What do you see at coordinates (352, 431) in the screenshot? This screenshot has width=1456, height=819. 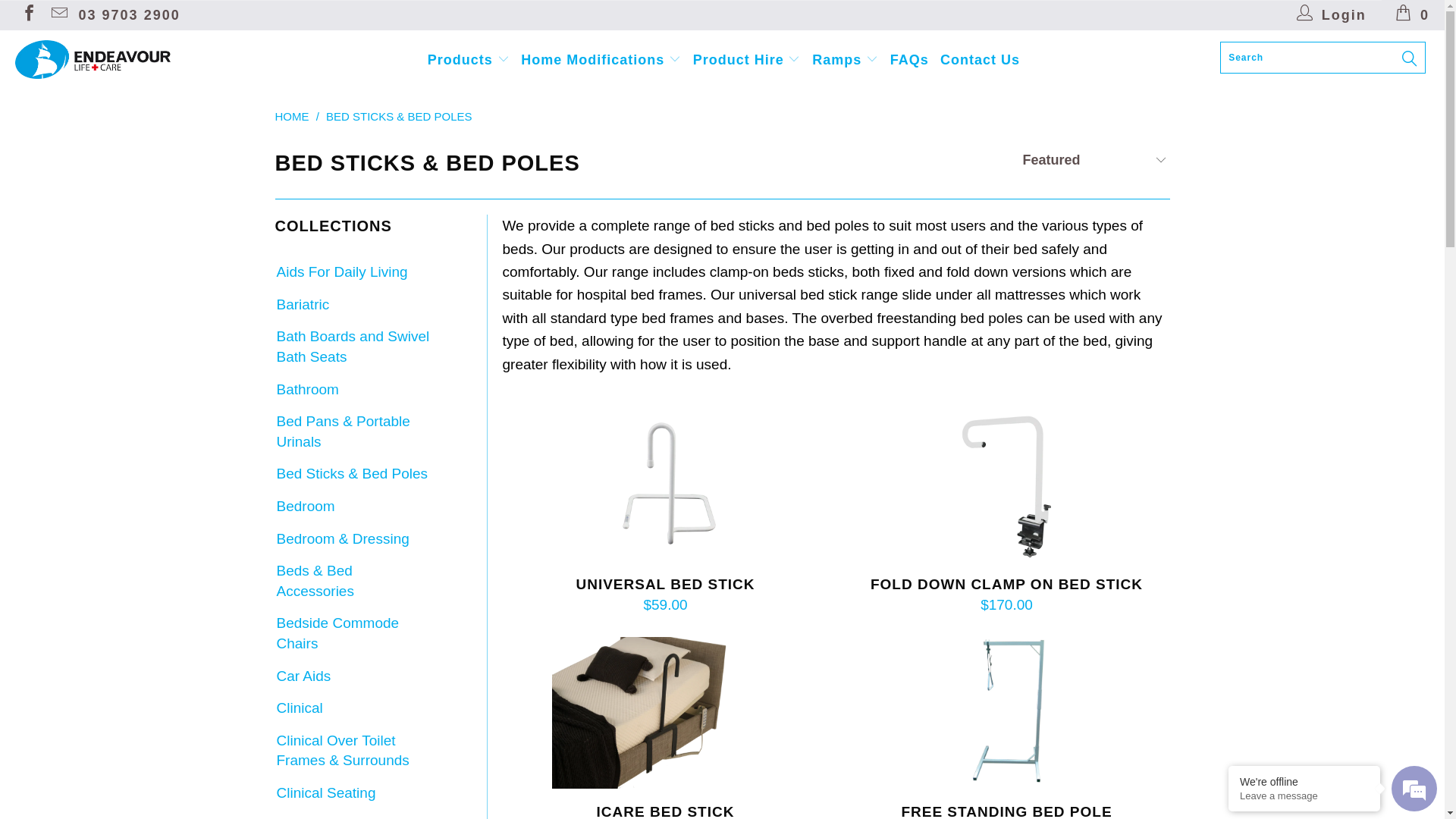 I see `'Bed Pans & Portable Urinals'` at bounding box center [352, 431].